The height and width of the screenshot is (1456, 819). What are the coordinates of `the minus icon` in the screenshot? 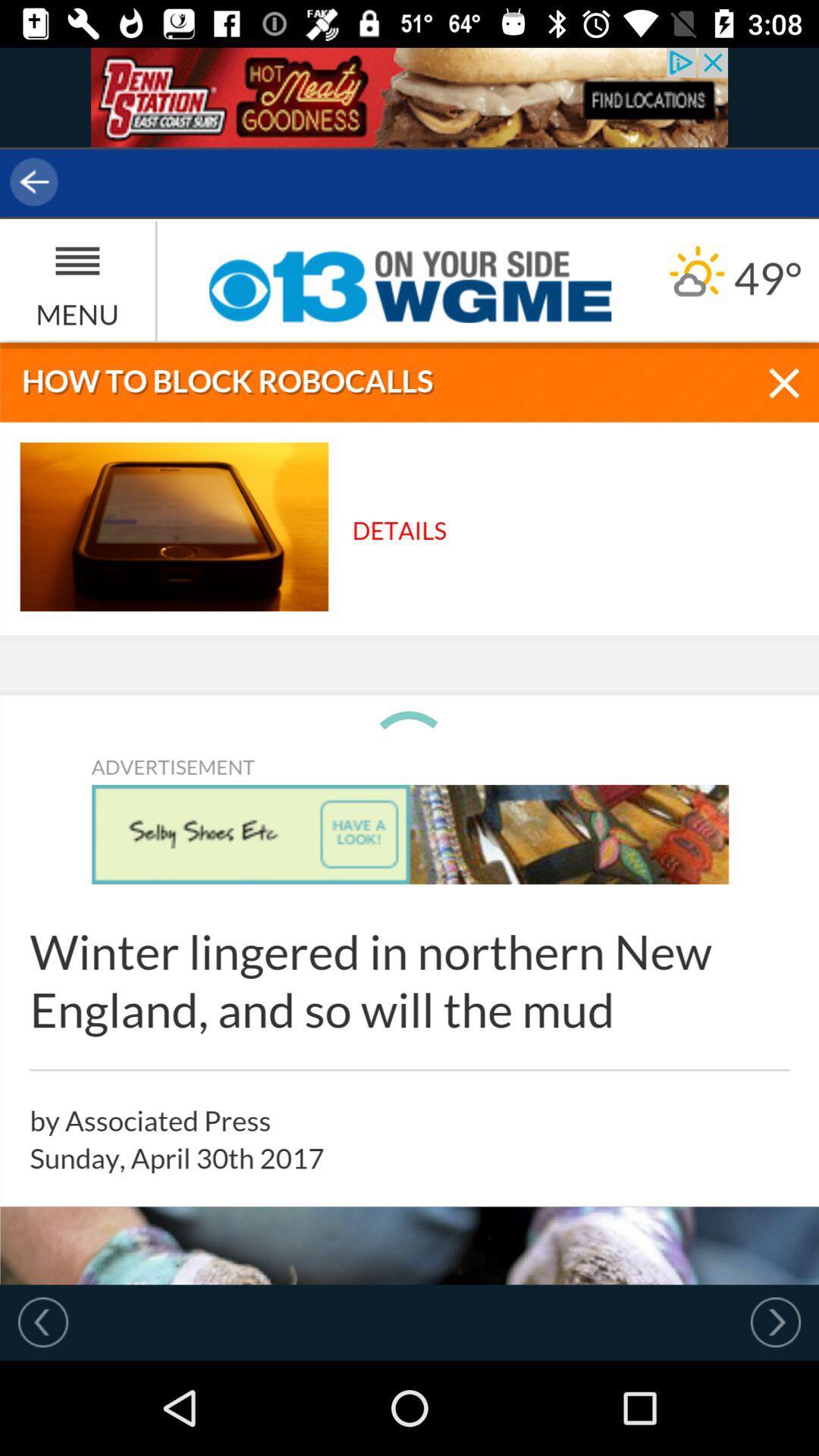 It's located at (773, 1081).